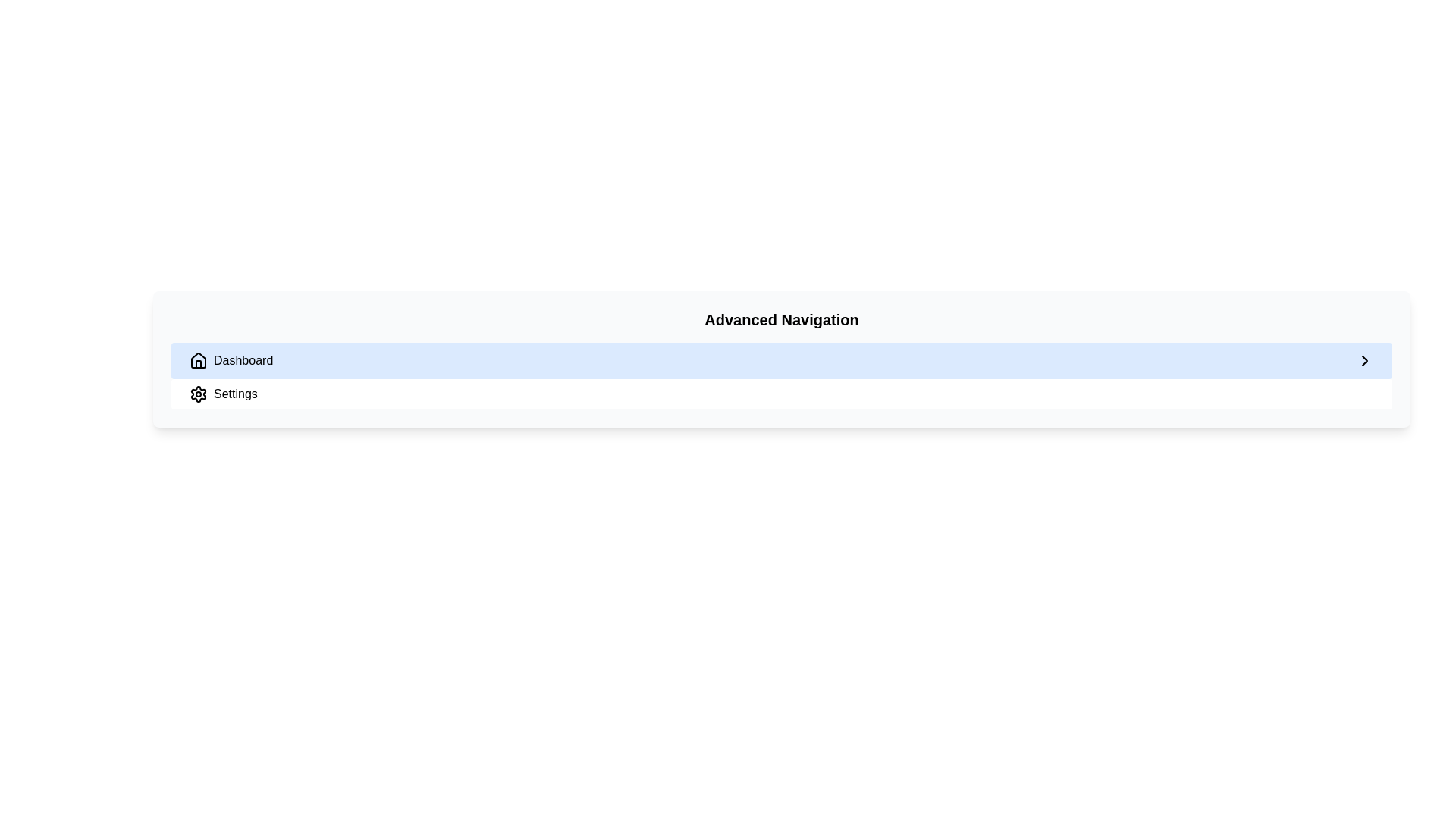 Image resolution: width=1456 pixels, height=819 pixels. Describe the element at coordinates (243, 360) in the screenshot. I see `the 'Dashboard' text label, which is bold and dark, located in a light blue highlighted area next to a house-shaped icon` at that location.